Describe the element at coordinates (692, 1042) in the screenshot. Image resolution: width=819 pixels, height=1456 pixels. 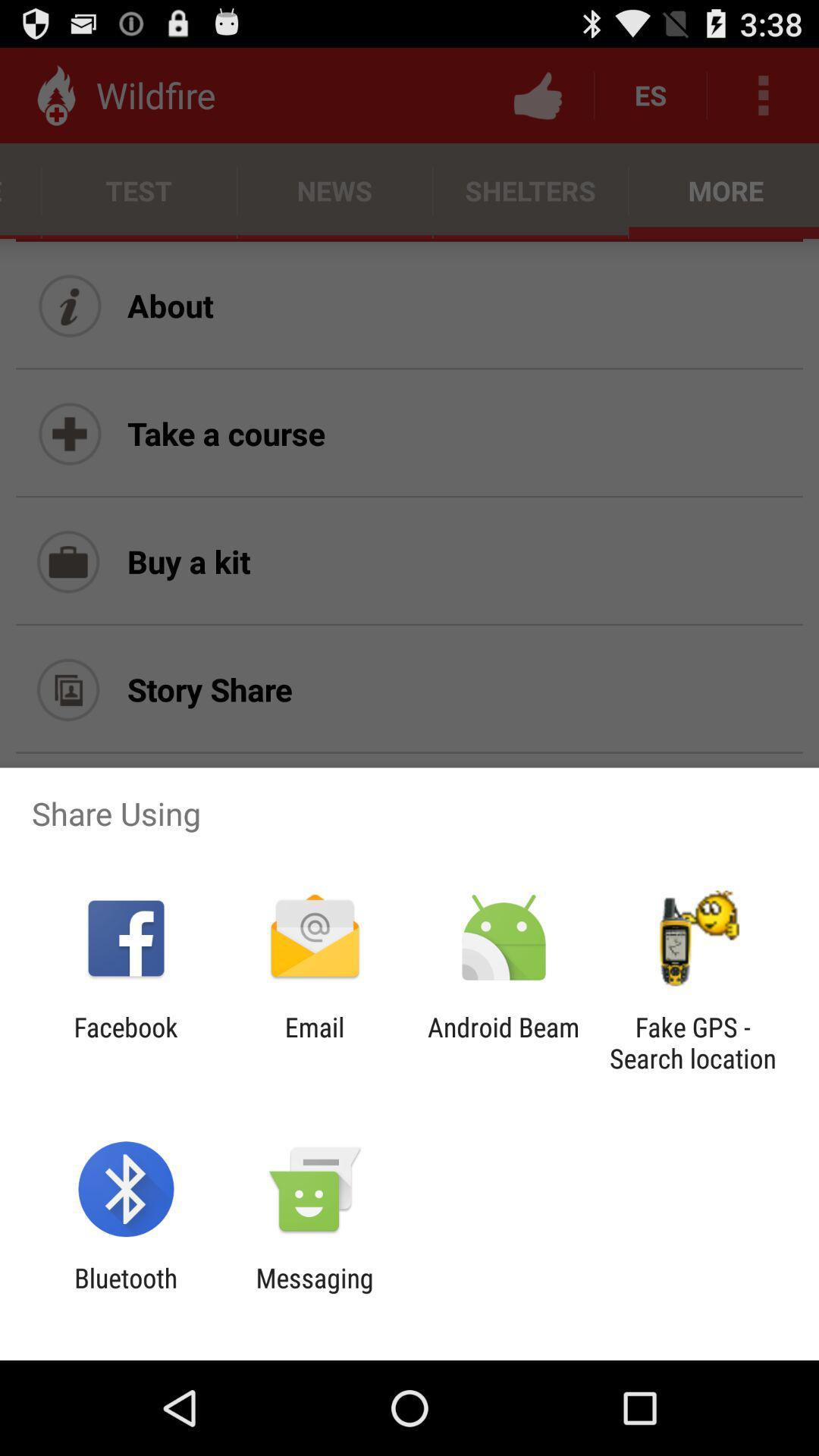
I see `the item to the right of android beam icon` at that location.